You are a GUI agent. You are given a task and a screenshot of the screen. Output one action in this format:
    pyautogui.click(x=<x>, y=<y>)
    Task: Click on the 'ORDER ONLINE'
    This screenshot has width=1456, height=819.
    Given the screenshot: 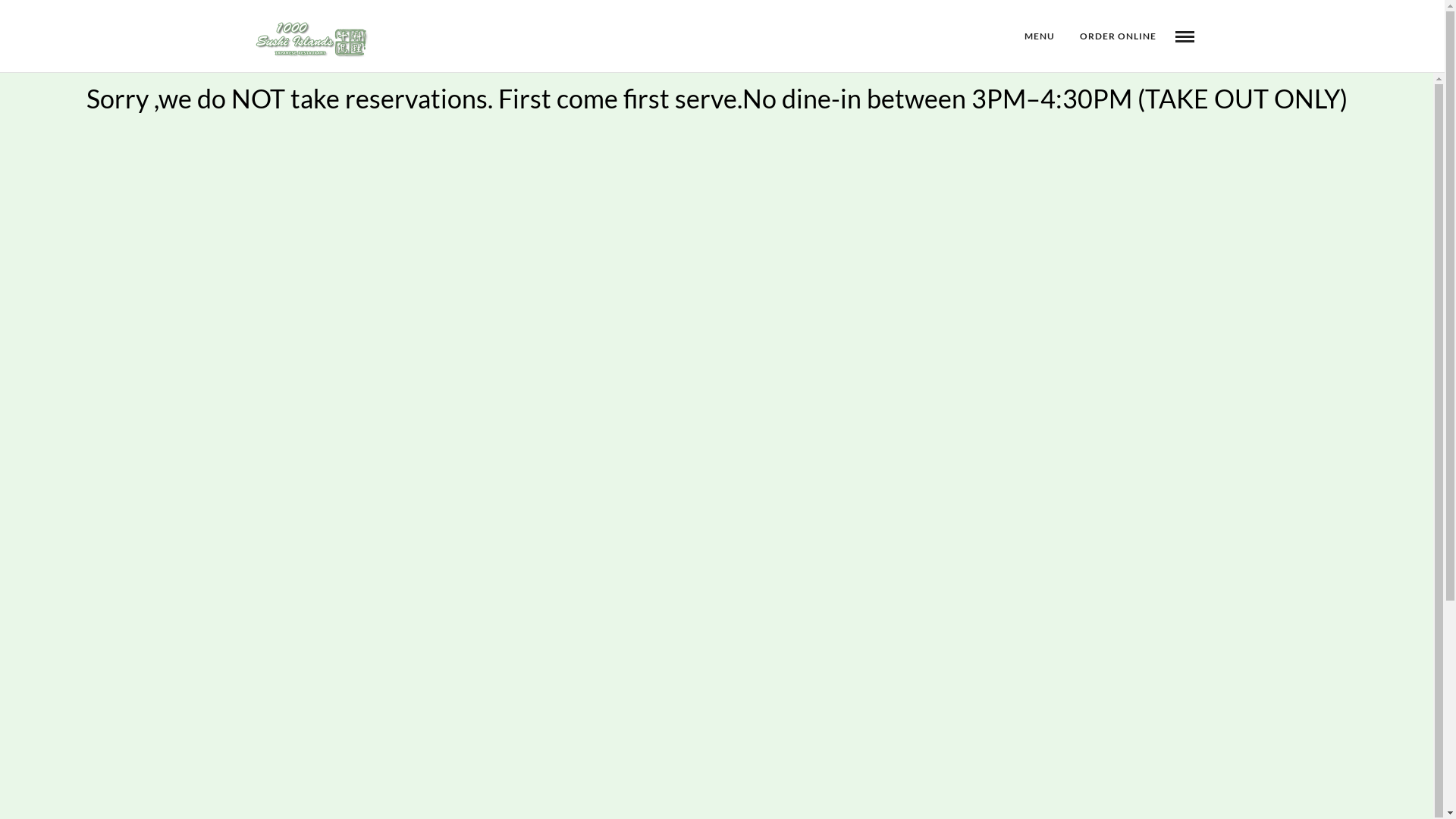 What is the action you would take?
    pyautogui.click(x=1118, y=36)
    